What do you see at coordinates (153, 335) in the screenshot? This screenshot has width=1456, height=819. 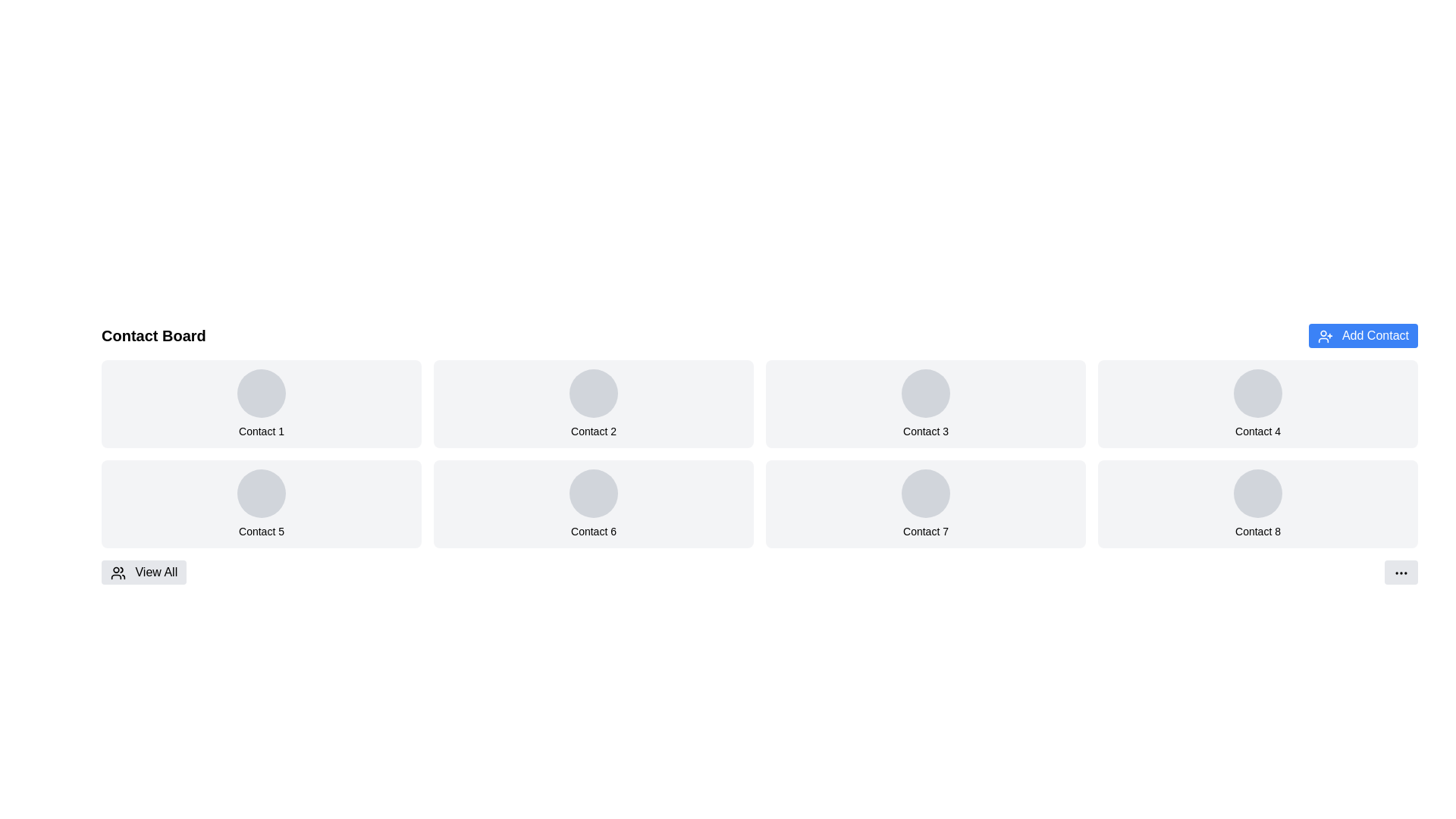 I see `the prominently styled 'Contact Board' text located in the header section, distinguishable by its bold and larger font size` at bounding box center [153, 335].